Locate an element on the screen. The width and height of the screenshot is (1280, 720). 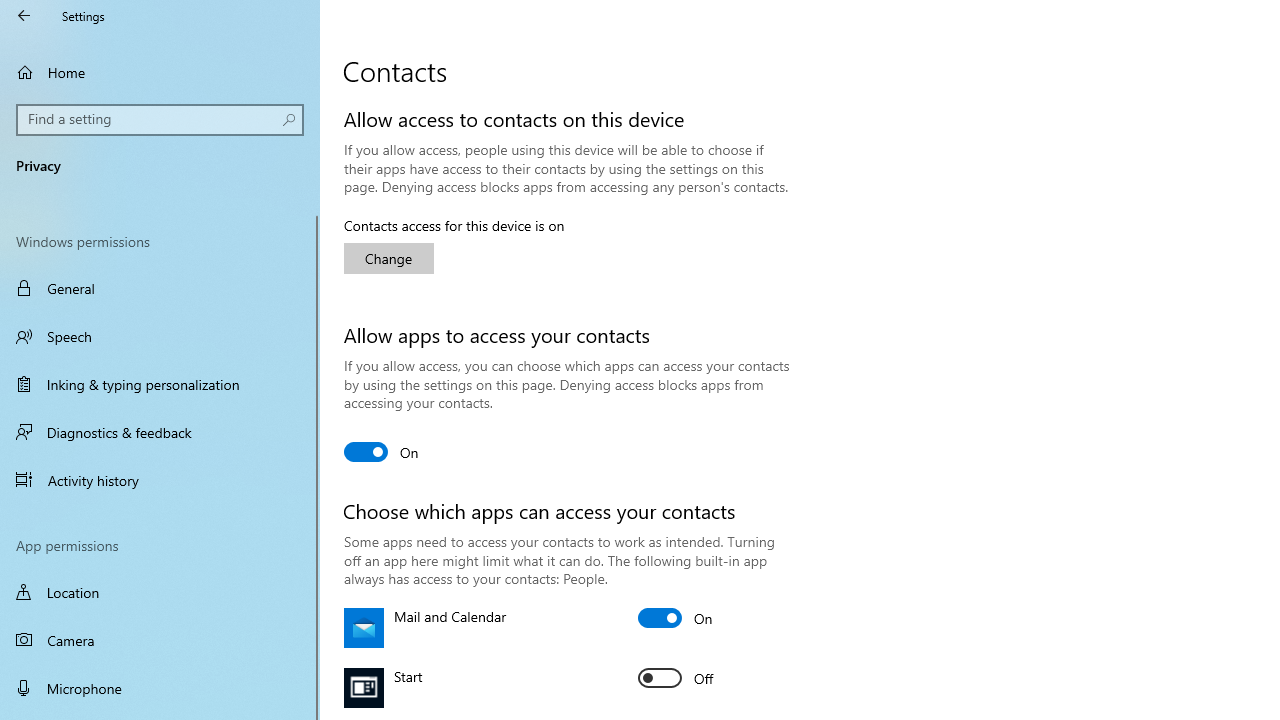
'Microphone' is located at coordinates (160, 686).